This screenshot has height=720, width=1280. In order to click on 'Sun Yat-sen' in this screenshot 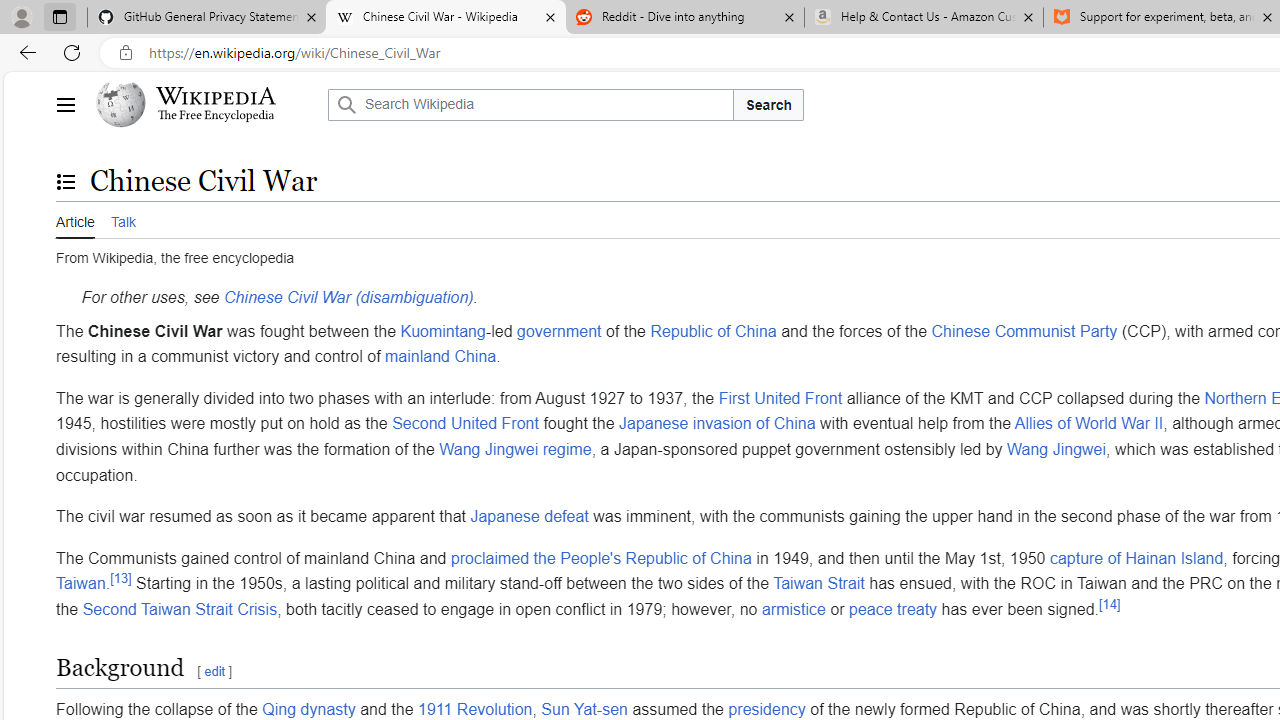, I will do `click(583, 707)`.